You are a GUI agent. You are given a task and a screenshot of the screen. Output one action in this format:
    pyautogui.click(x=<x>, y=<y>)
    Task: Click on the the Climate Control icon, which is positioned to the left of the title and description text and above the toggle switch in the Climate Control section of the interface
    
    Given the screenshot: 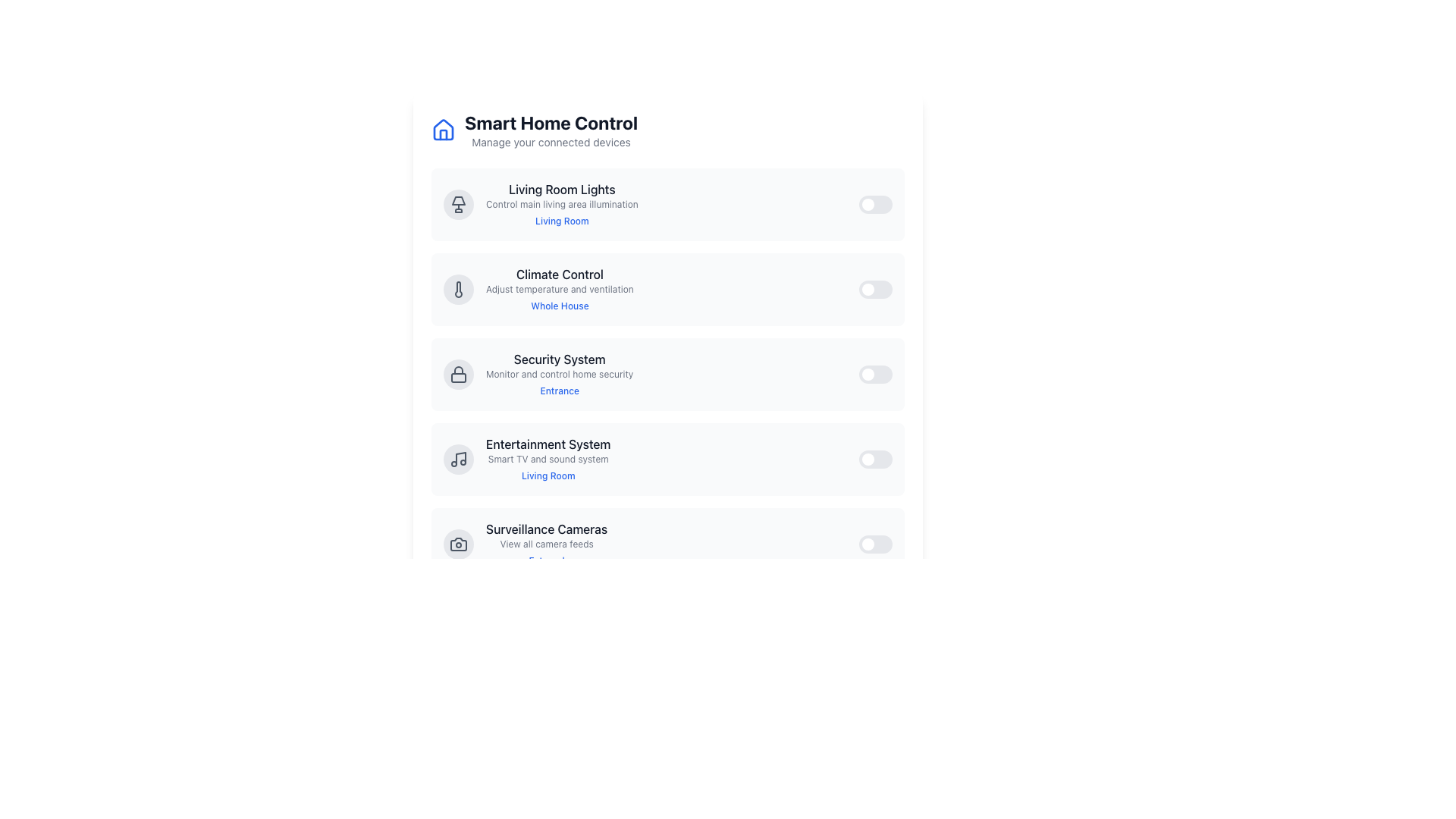 What is the action you would take?
    pyautogui.click(x=457, y=289)
    